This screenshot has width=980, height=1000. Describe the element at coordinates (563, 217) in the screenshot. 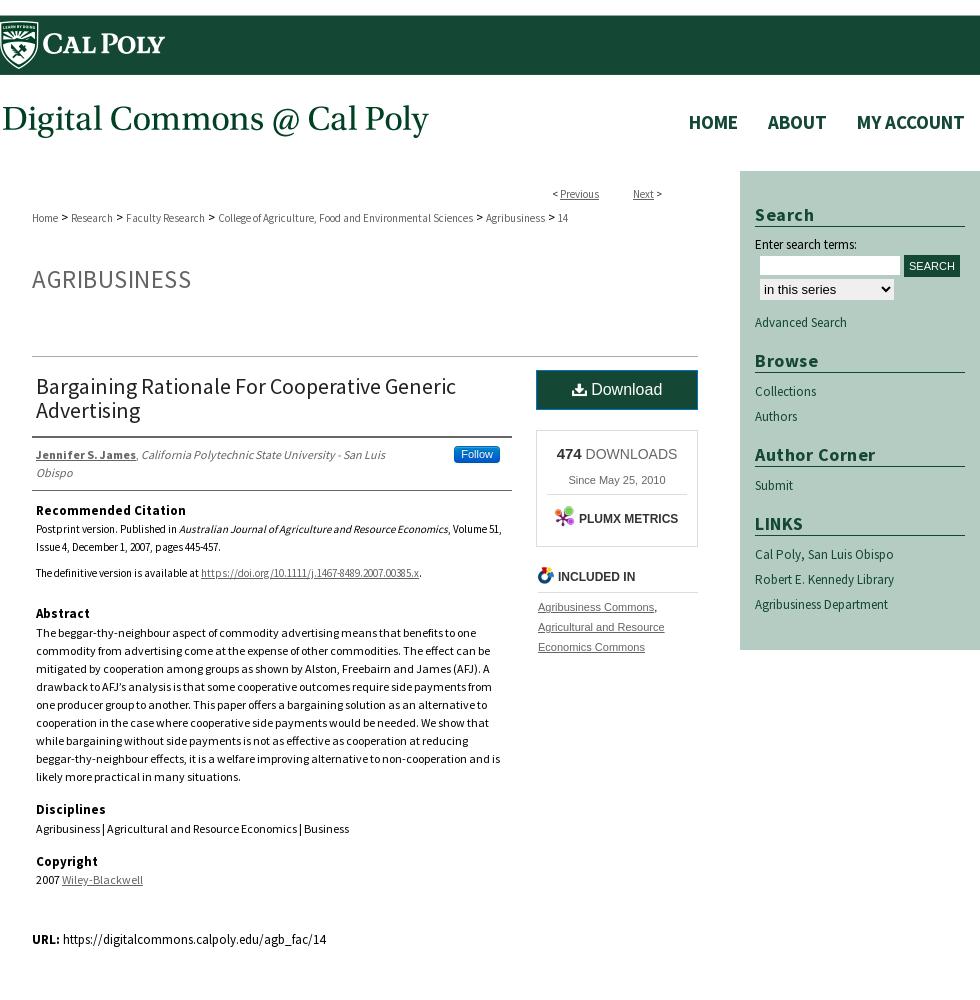

I see `'14'` at that location.